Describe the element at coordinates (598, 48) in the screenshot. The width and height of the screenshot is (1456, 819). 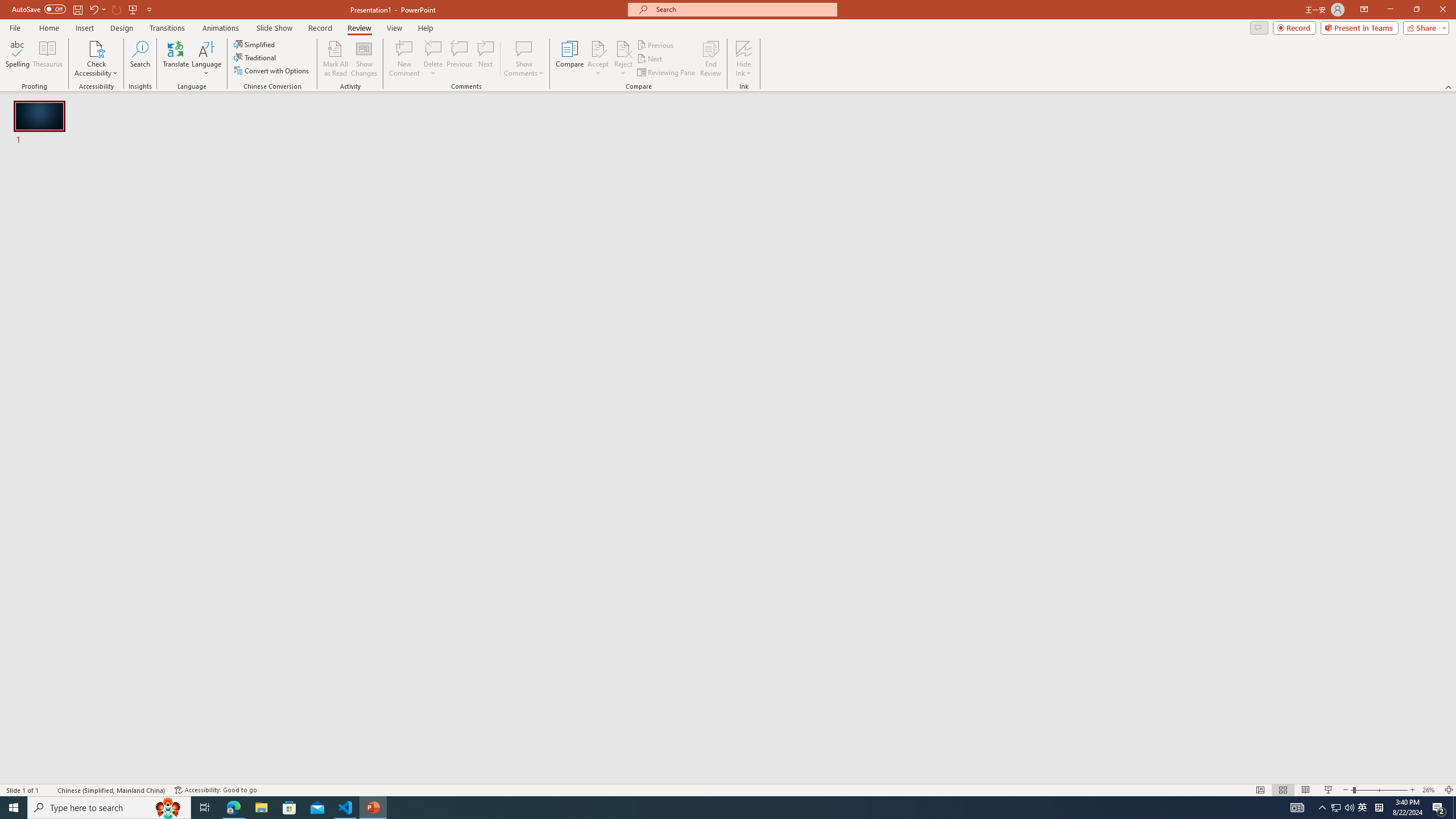
I see `'Accept Change'` at that location.